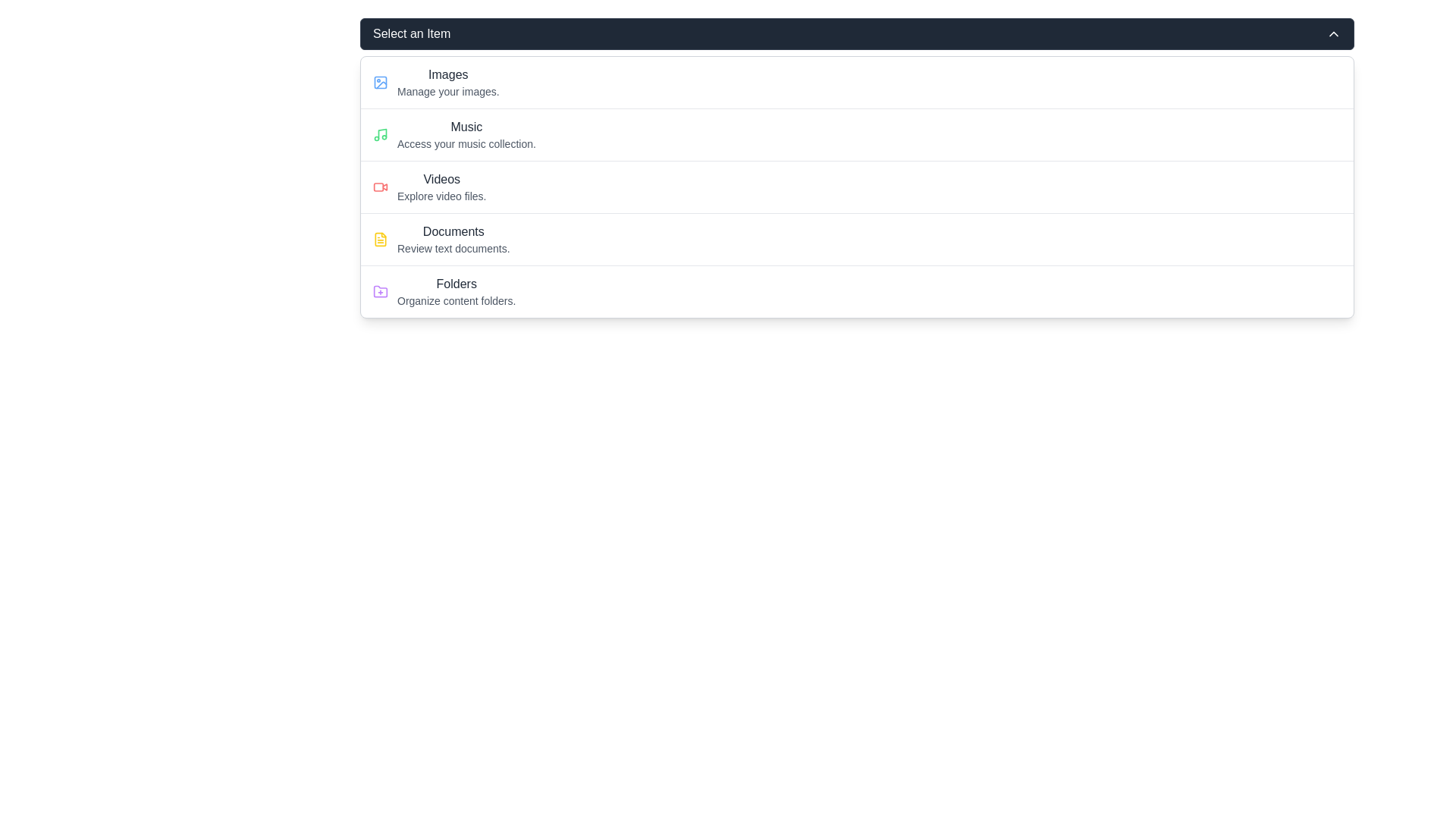  What do you see at coordinates (456, 292) in the screenshot?
I see `the fifth item in the navigation menu under 'Select an Item'` at bounding box center [456, 292].